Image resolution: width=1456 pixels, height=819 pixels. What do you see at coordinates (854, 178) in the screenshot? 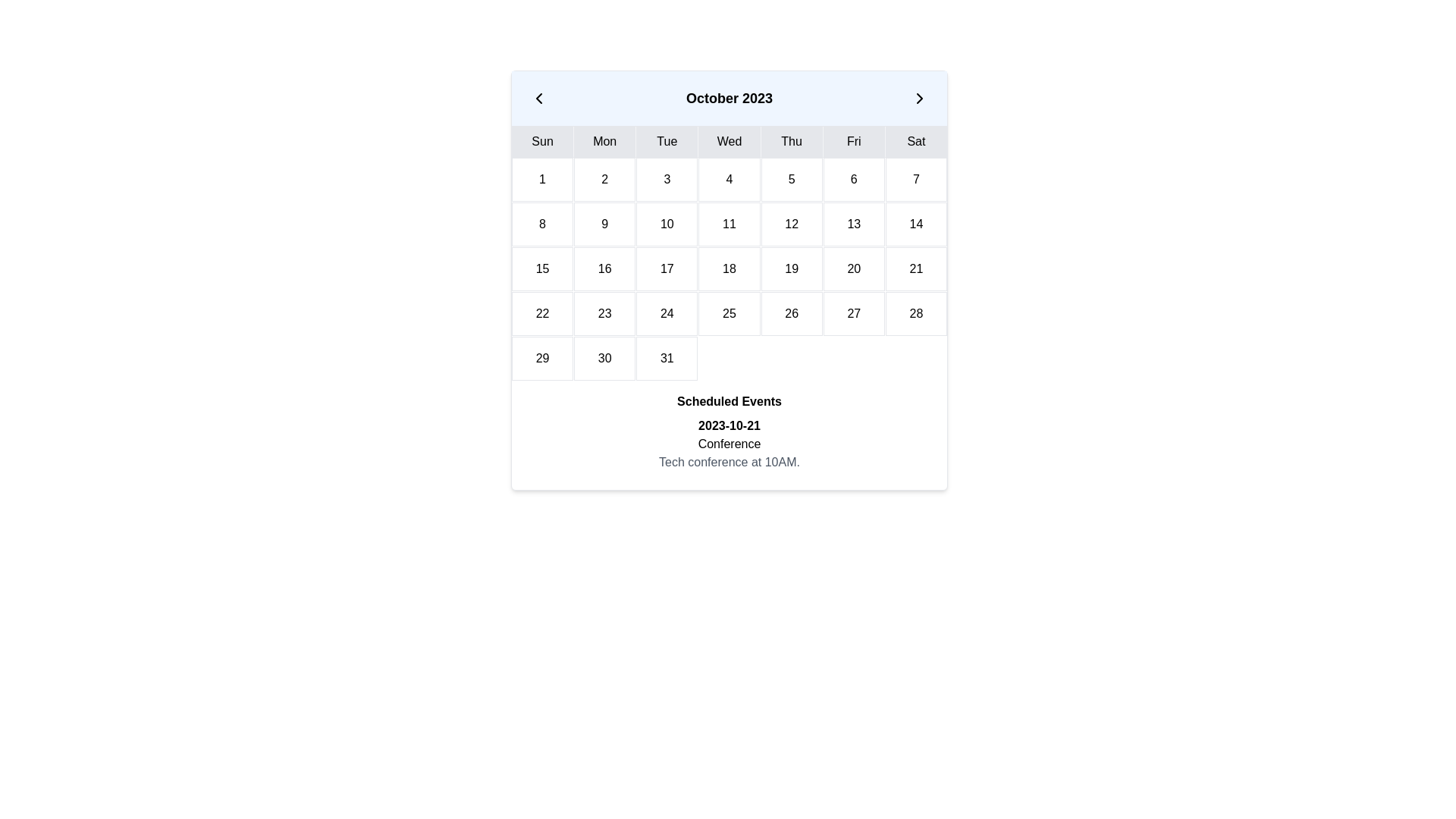
I see `the calendar date cell displaying the number '6' in the grid under the 'Fri' header` at bounding box center [854, 178].